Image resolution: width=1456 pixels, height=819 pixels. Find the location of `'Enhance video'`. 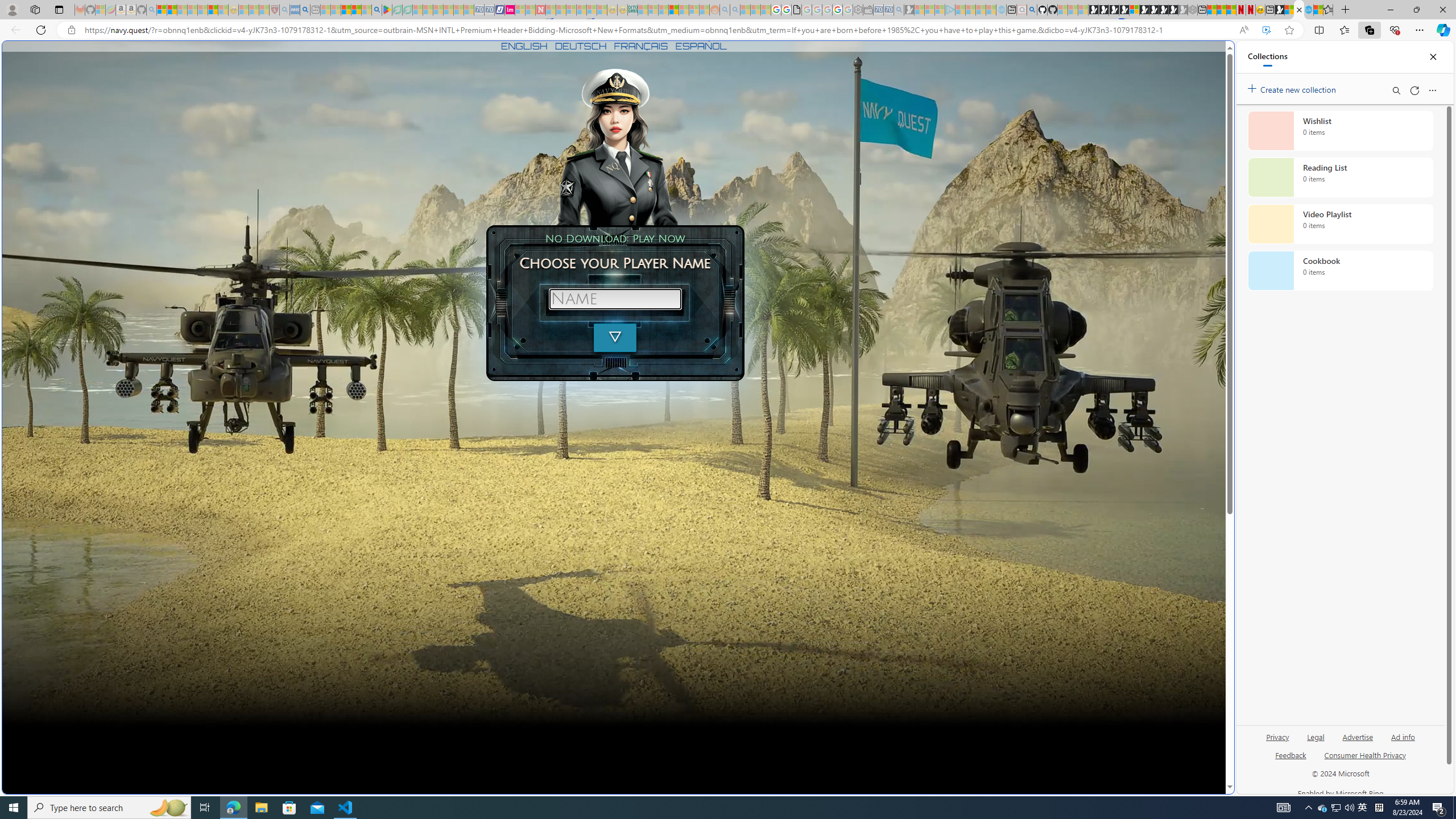

'Enhance video' is located at coordinates (1266, 30).